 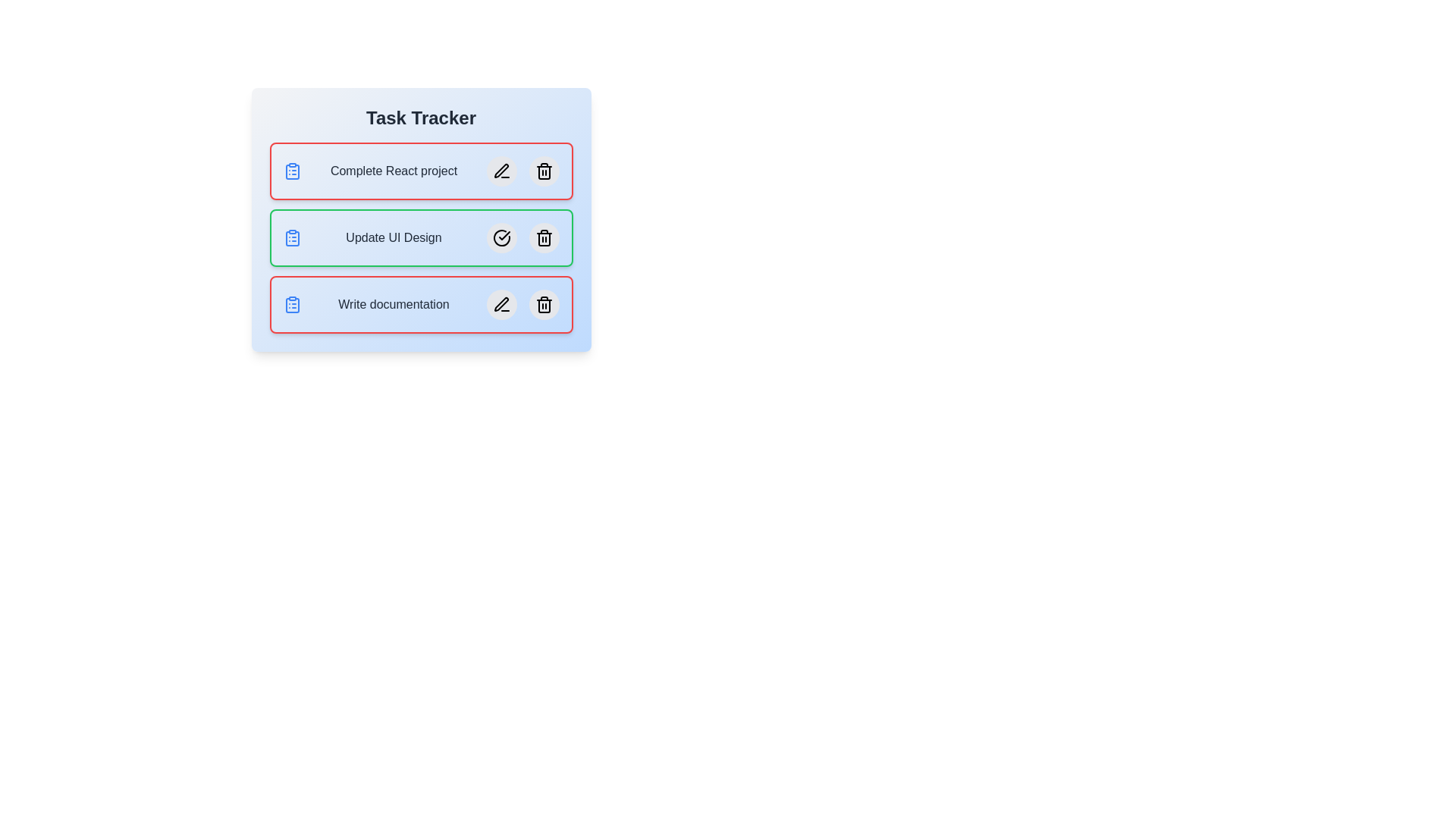 I want to click on the edit icon of the task Update UI Design, so click(x=501, y=237).